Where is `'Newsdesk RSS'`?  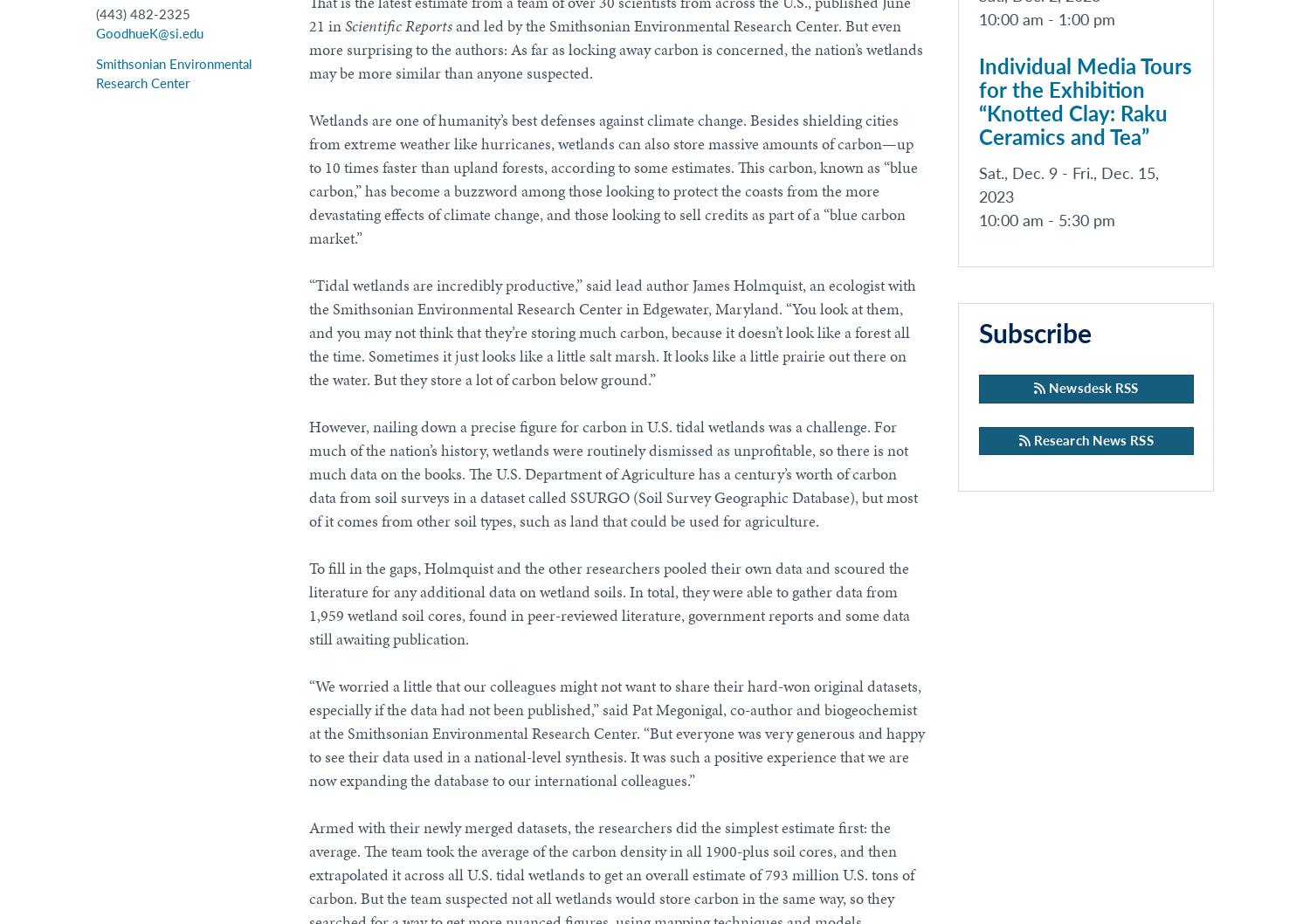
'Newsdesk RSS' is located at coordinates (1090, 389).